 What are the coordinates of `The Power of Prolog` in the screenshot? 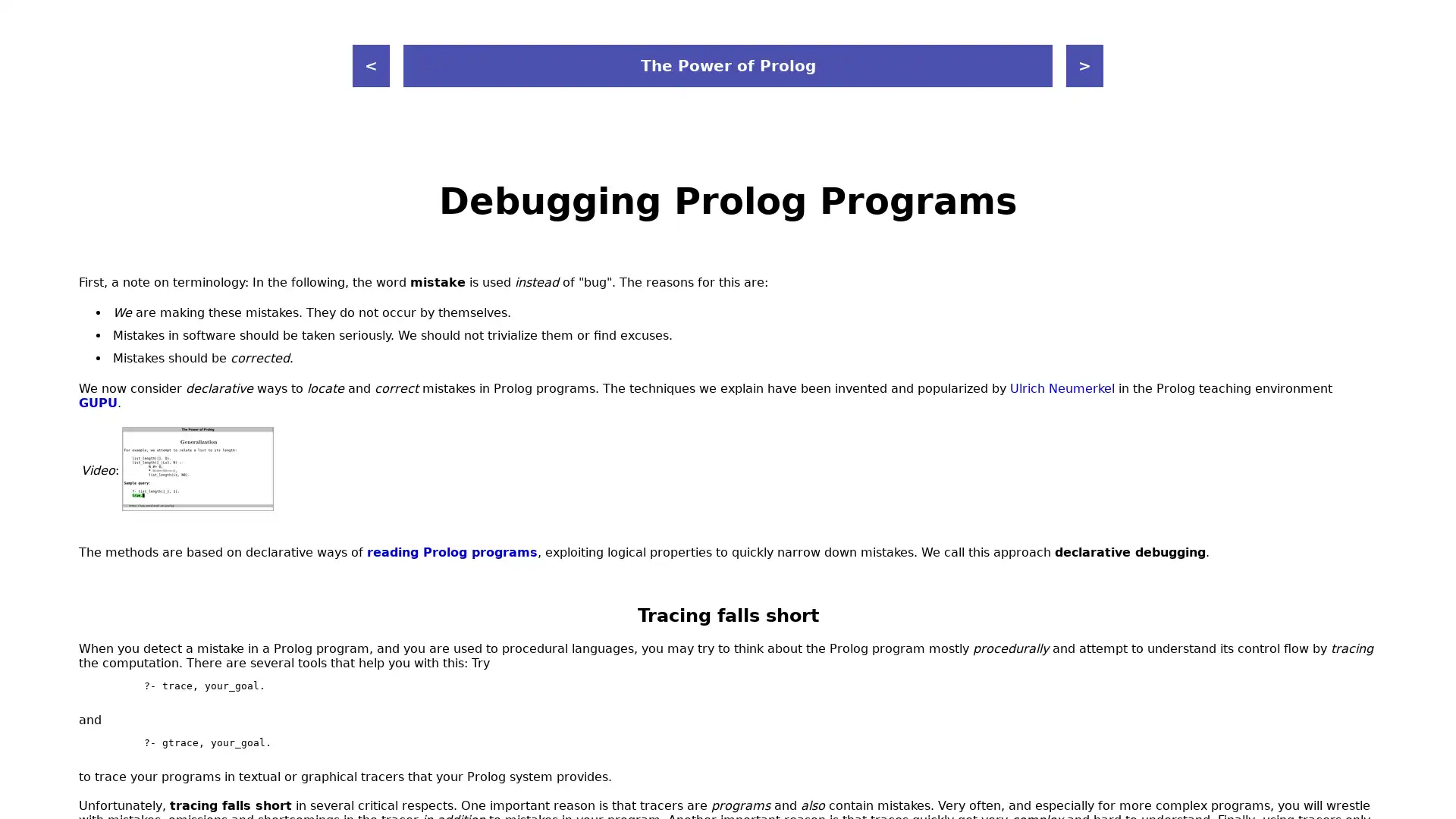 It's located at (728, 65).